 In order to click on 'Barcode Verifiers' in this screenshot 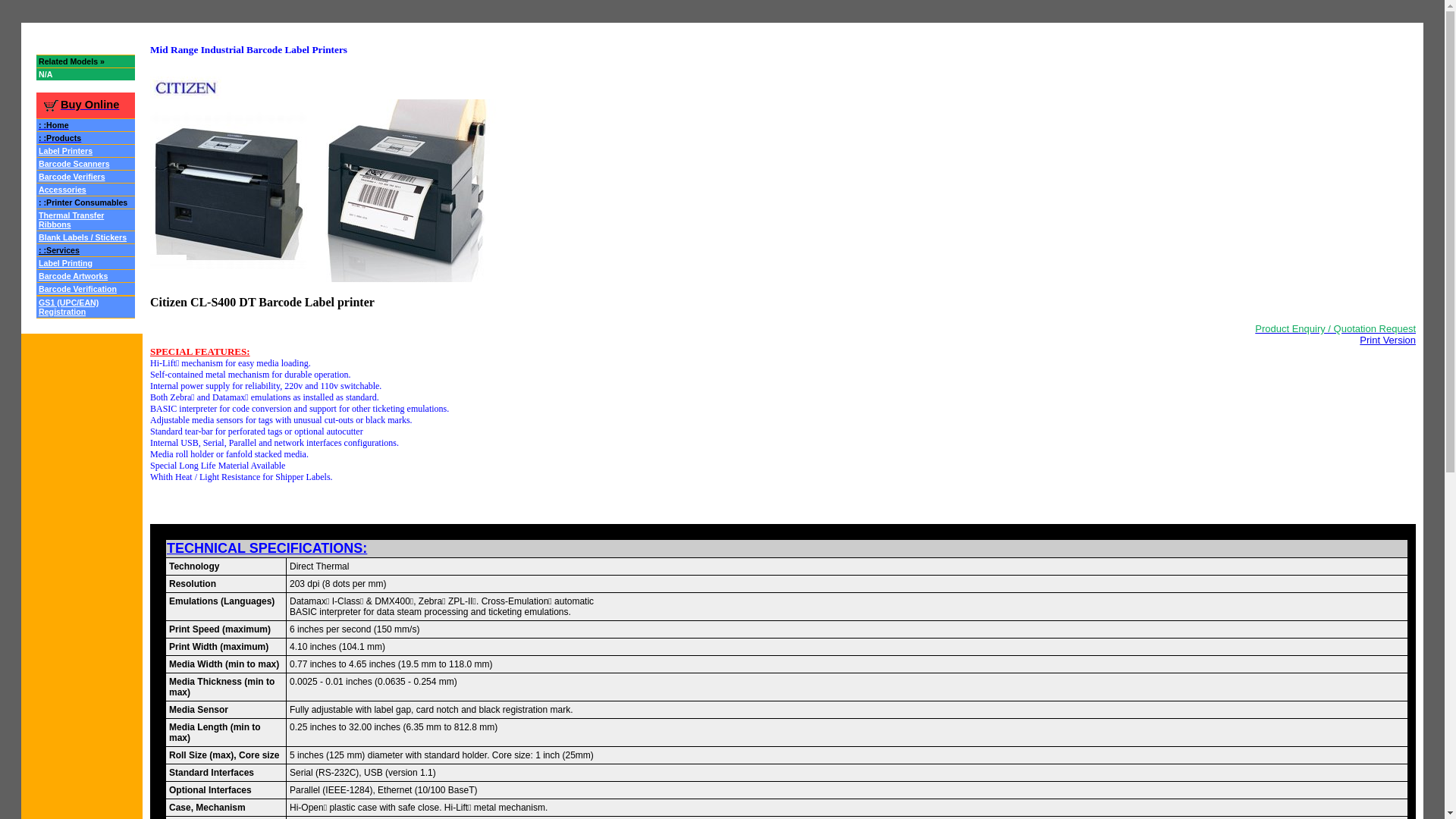, I will do `click(71, 174)`.